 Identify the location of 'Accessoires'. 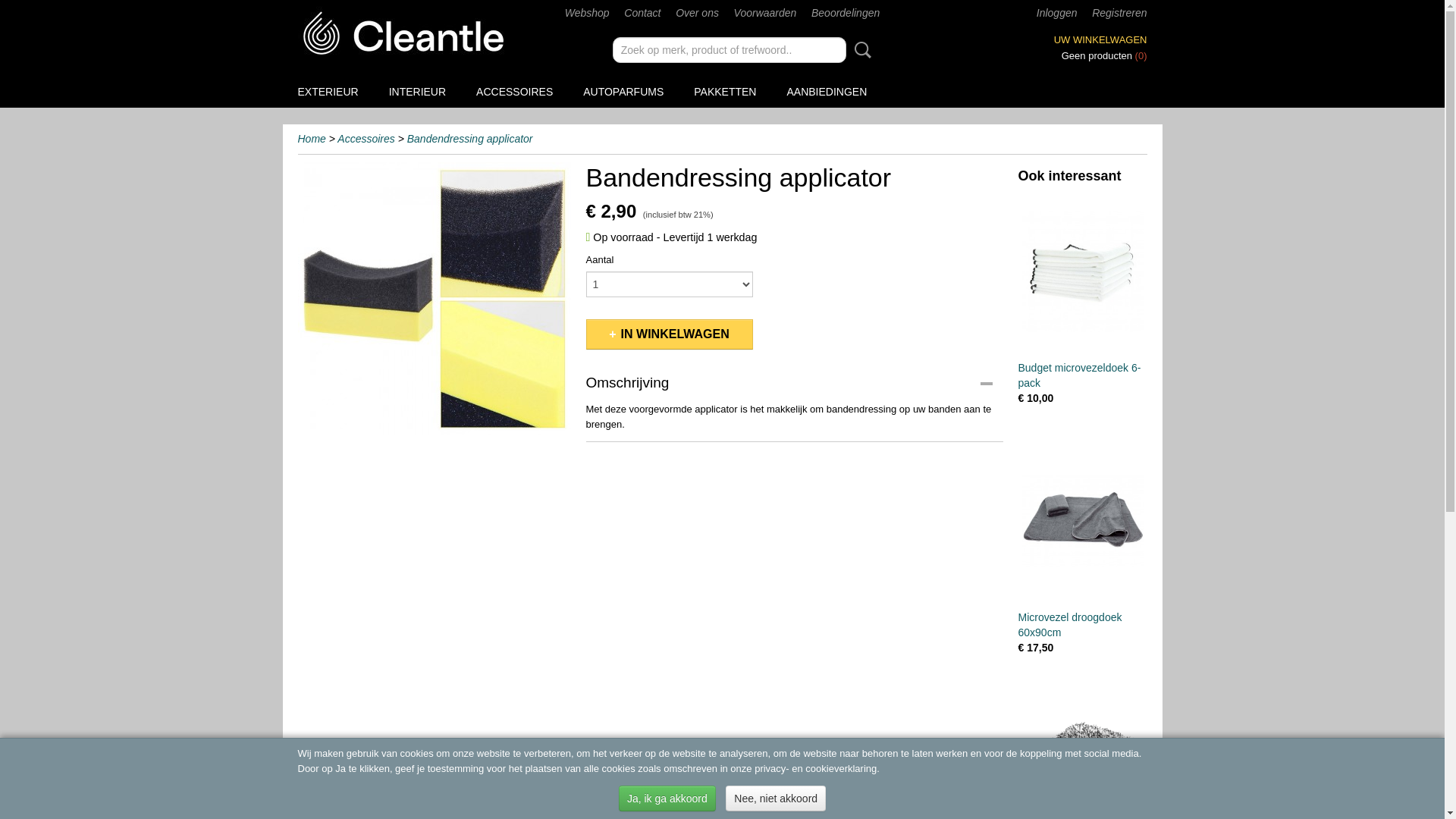
(366, 138).